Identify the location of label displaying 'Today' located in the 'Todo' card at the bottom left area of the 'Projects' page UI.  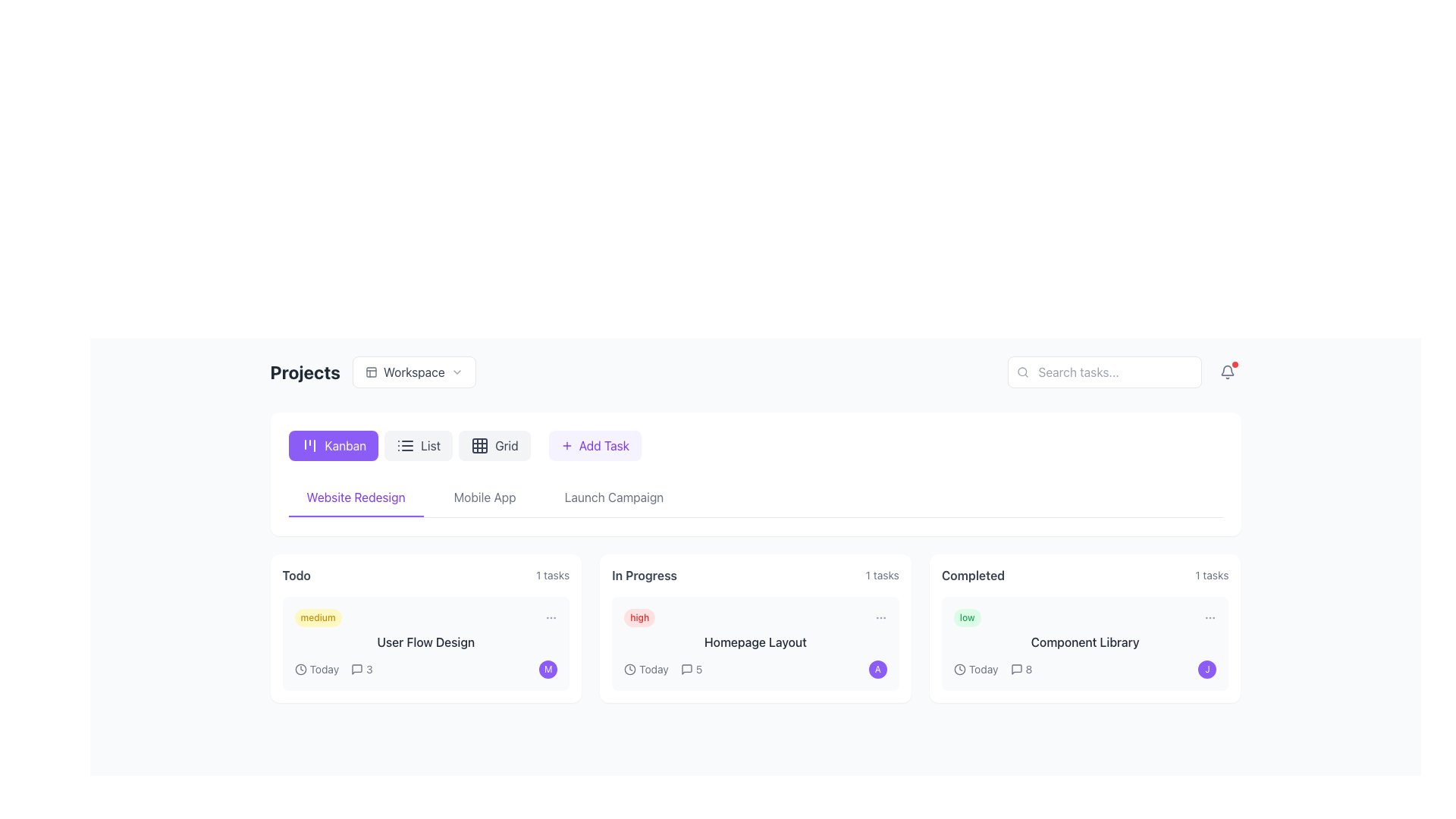
(323, 669).